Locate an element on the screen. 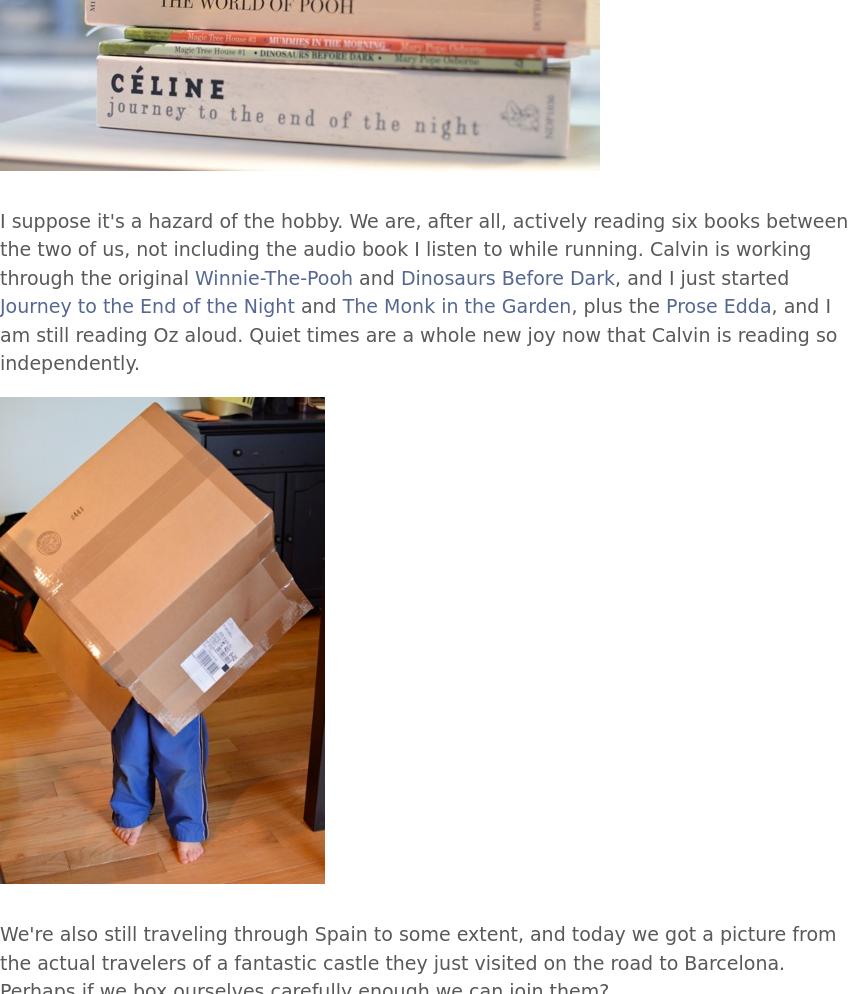 This screenshot has width=854, height=994. ', and I just started' is located at coordinates (700, 276).